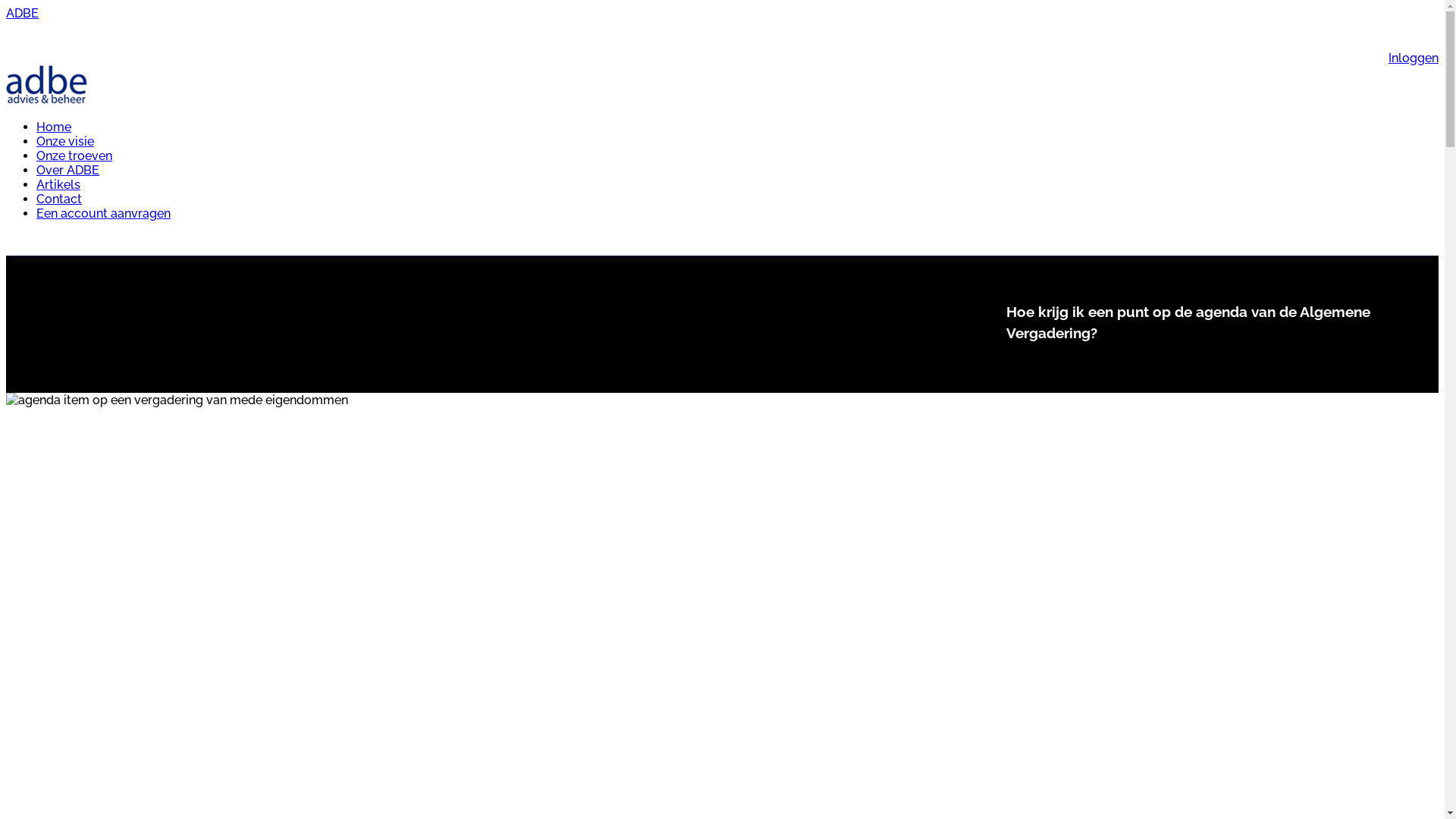  Describe the element at coordinates (1388, 57) in the screenshot. I see `'Inloggen'` at that location.